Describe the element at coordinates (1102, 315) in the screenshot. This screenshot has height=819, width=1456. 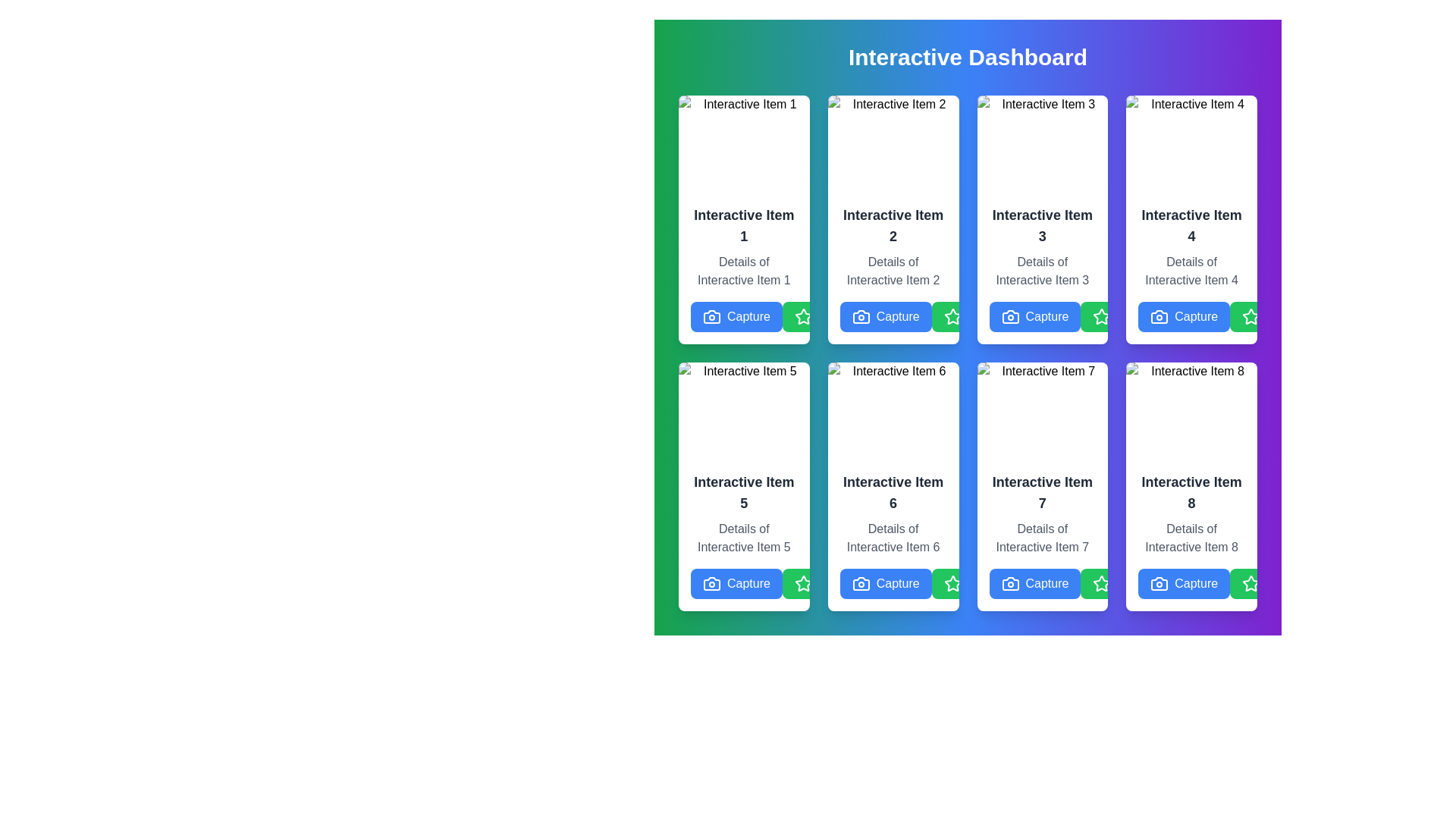
I see `the star-shaped icon located in the bottom-right corner of the card labeled 'Interactive Item 3'` at that location.